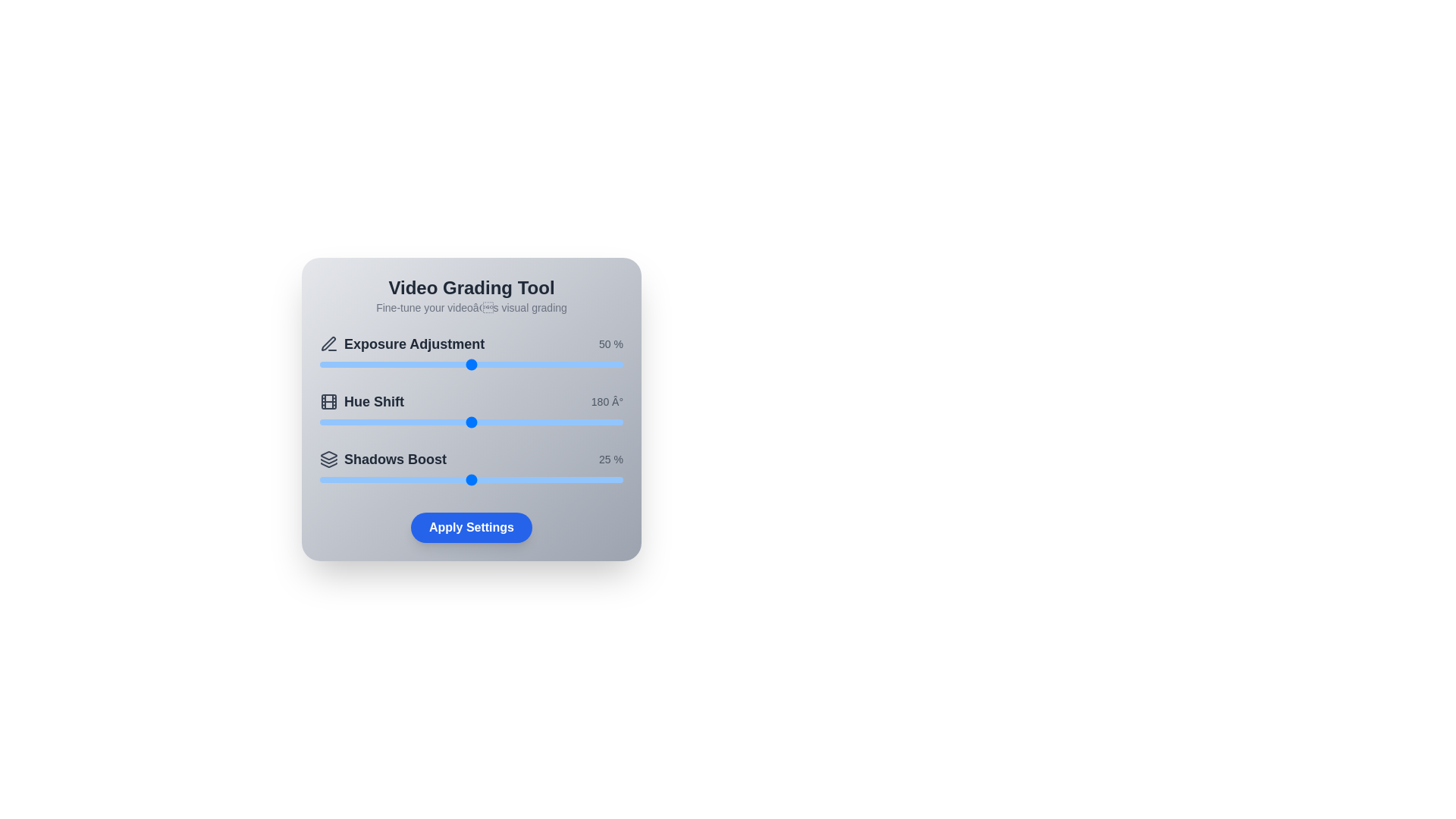 Image resolution: width=1456 pixels, height=819 pixels. What do you see at coordinates (529, 365) in the screenshot?
I see `the exposure adjustment` at bounding box center [529, 365].